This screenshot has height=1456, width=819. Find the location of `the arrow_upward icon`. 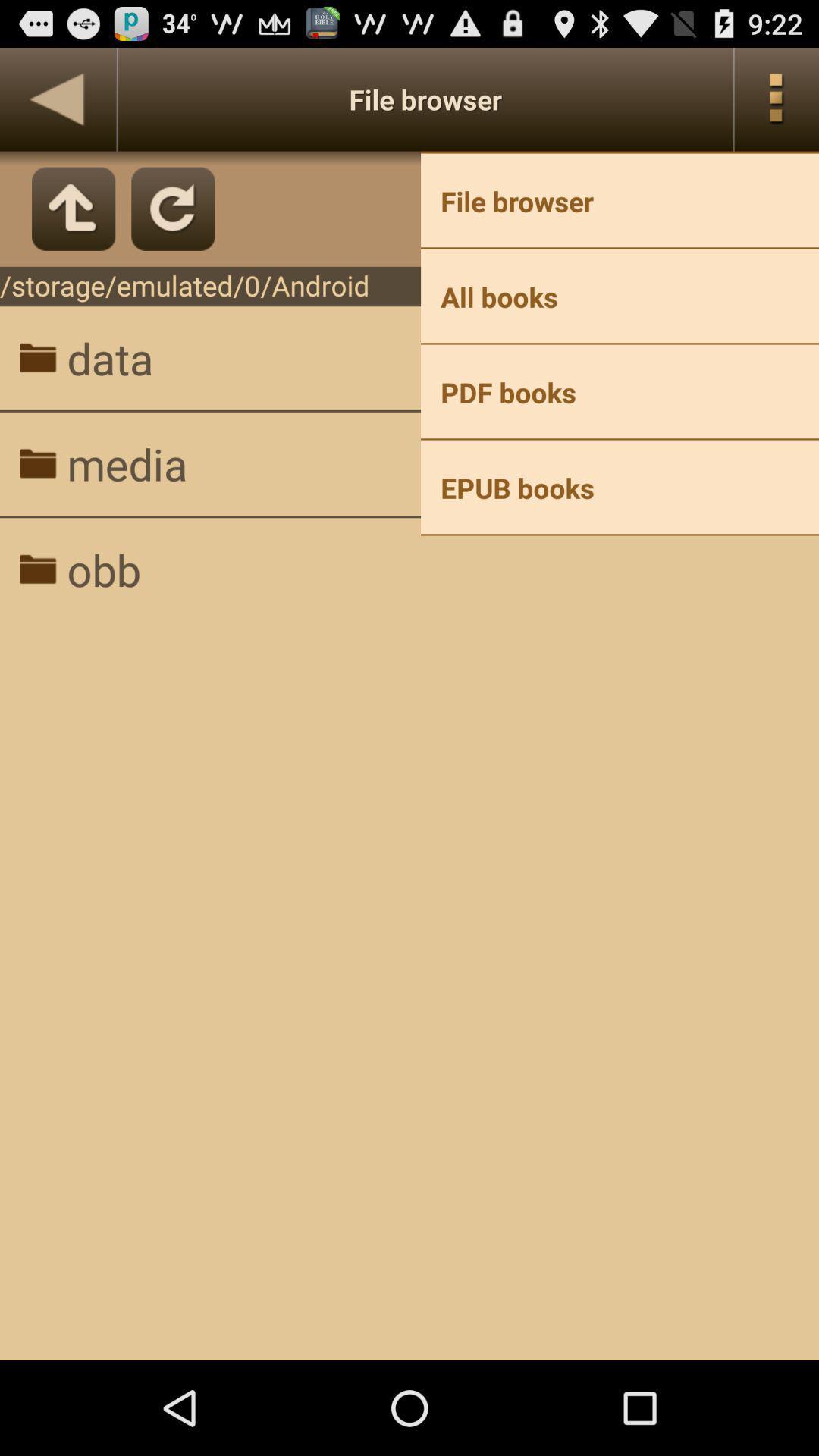

the arrow_upward icon is located at coordinates (74, 222).